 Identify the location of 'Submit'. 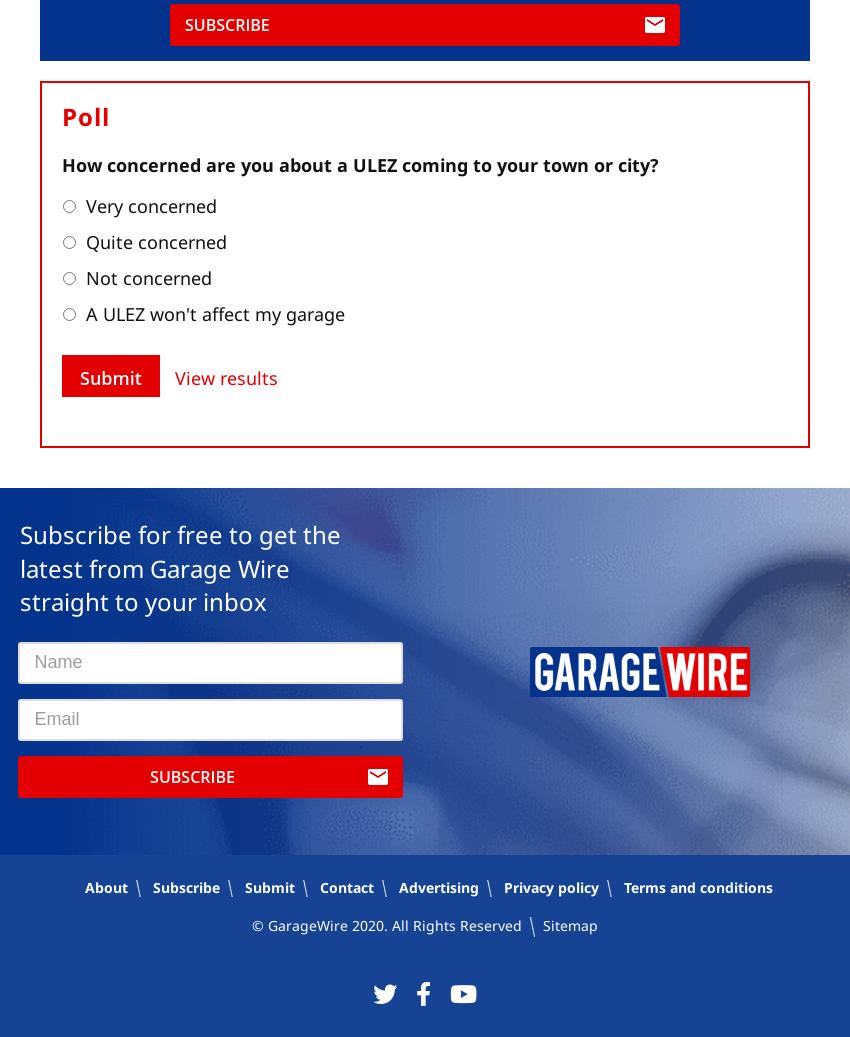
(268, 887).